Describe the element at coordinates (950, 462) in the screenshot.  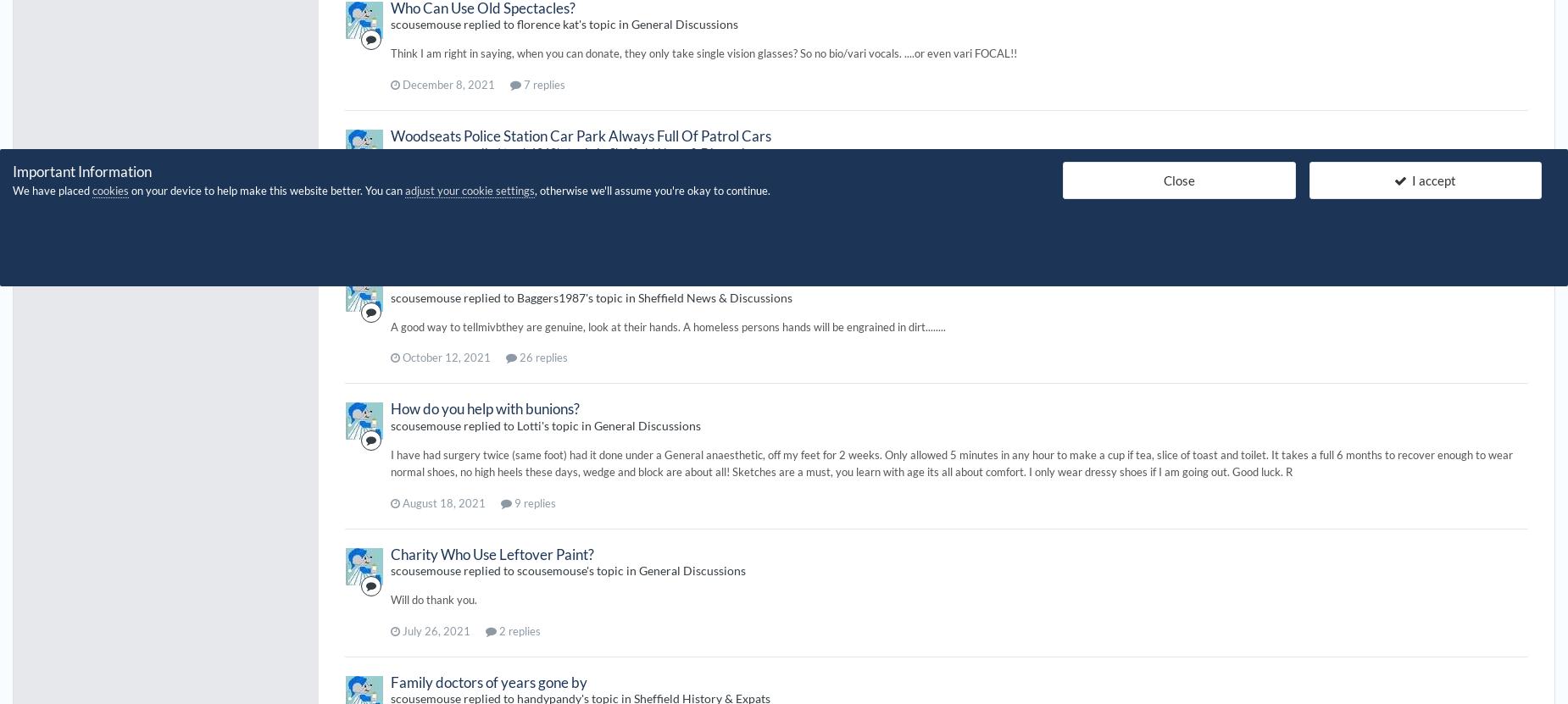
I see `'I have had surgery twice (same foot) had it done under a General anaesthetic, off my feet for 2 weeks. Only allowed 5 minutes in any hour to make a cup if tea, slice of toast and toilet.  It takes a full 6 months to recover enough to wear normal shoes, no high heels these days, wedge and block are about all!  Sketches are a must, you learn with age its all about comfort.  I only wear dressy shoes if I am going out. Good luck.
 


	 
 


	R'` at that location.